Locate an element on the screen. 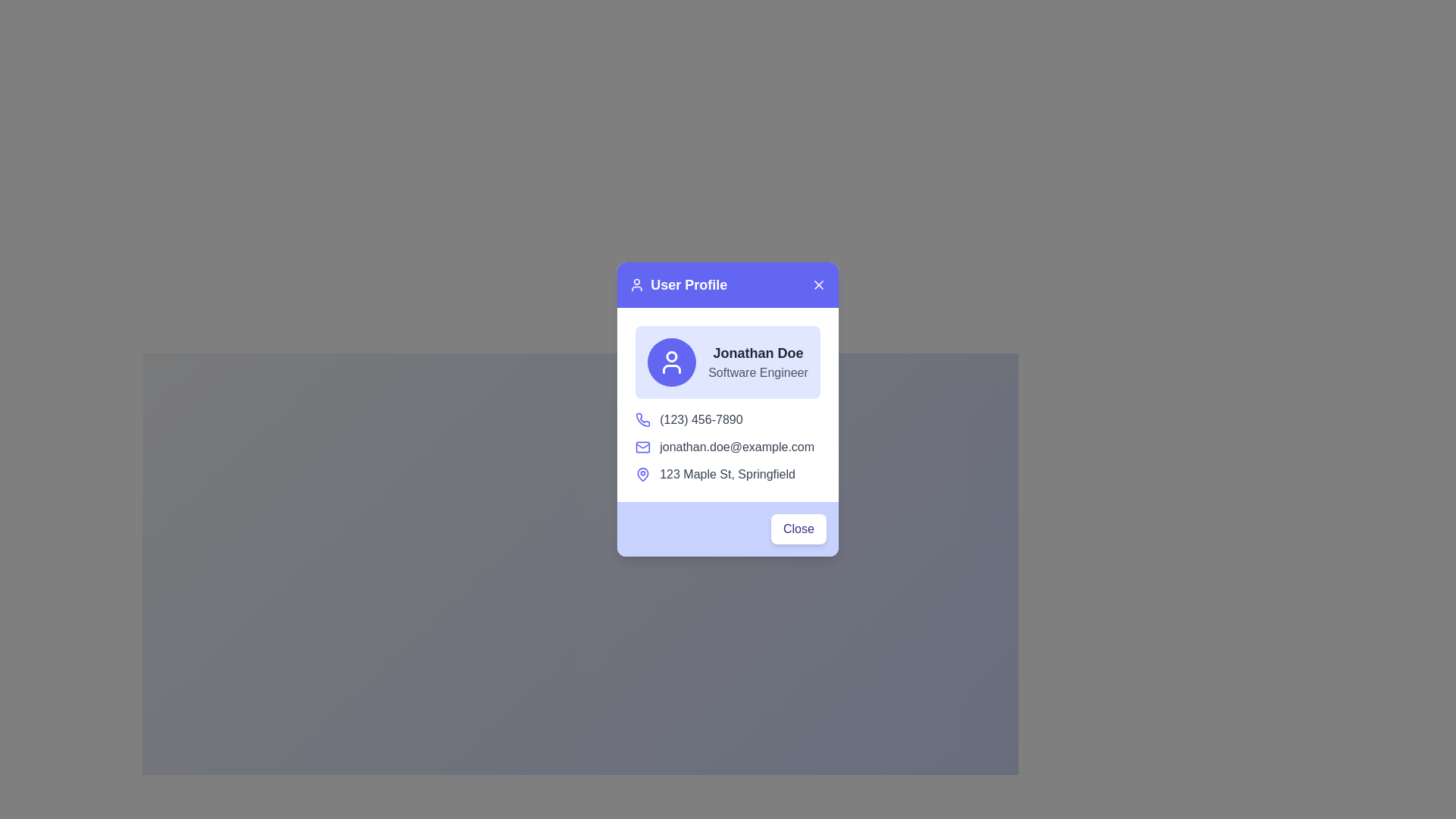 Image resolution: width=1456 pixels, height=819 pixels. the phone number icon located in the user profile card layout, which visually represents the phone number '(123) 456-7890' is located at coordinates (643, 419).